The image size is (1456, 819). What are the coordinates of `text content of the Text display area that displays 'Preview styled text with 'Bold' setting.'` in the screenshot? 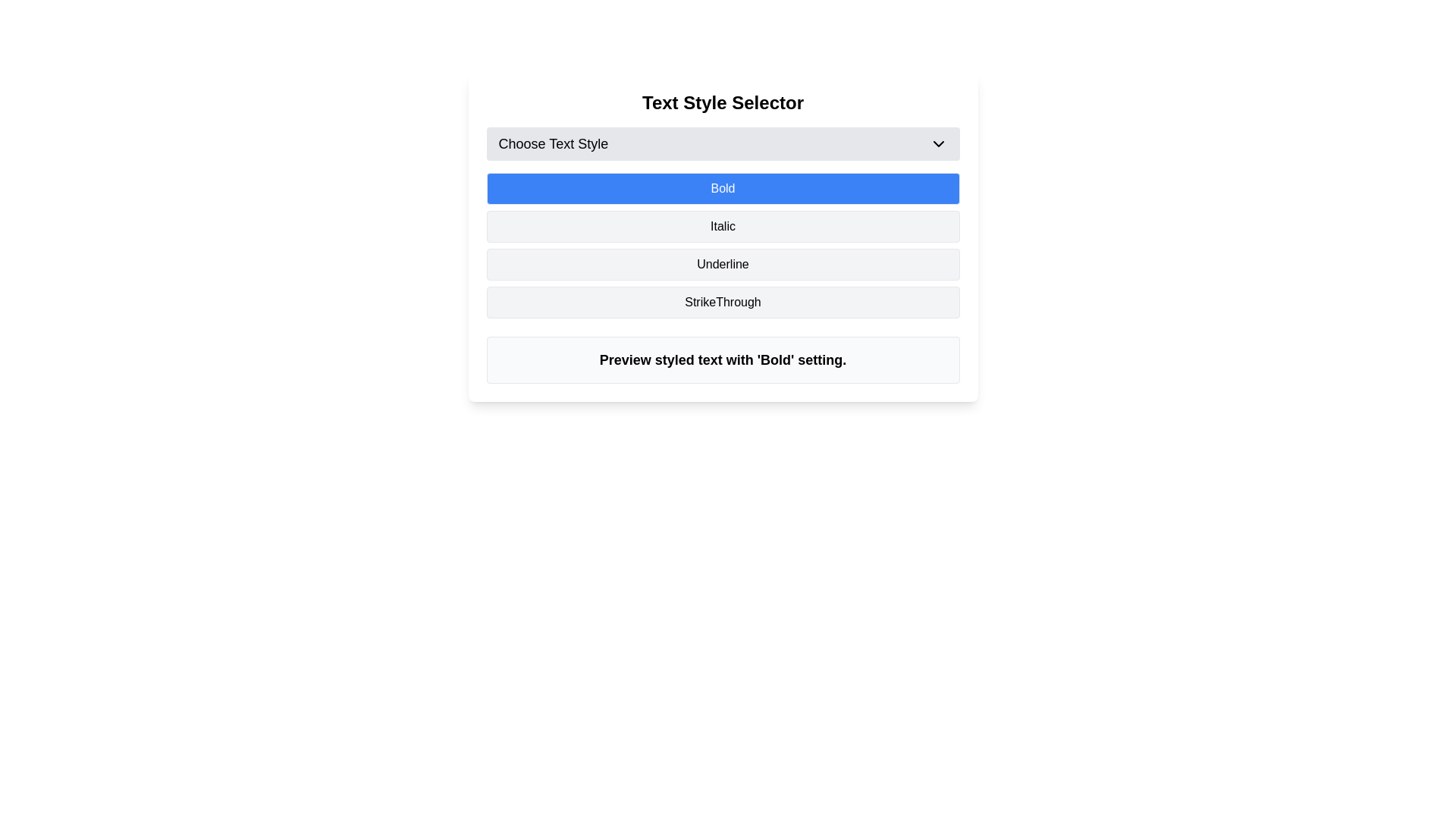 It's located at (722, 359).